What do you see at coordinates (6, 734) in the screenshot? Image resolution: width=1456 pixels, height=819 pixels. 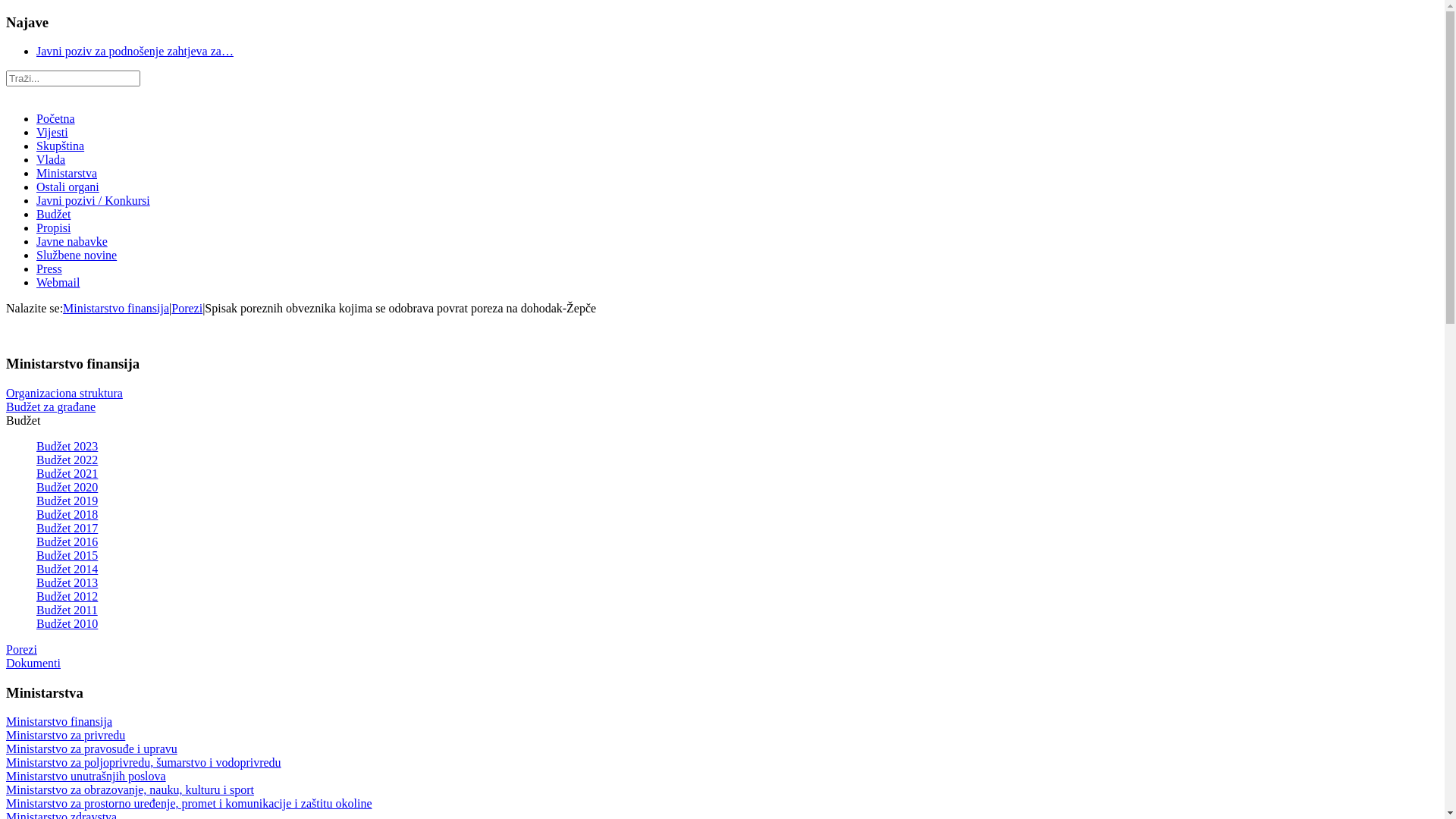 I see `'Ministarstvo za privredu'` at bounding box center [6, 734].